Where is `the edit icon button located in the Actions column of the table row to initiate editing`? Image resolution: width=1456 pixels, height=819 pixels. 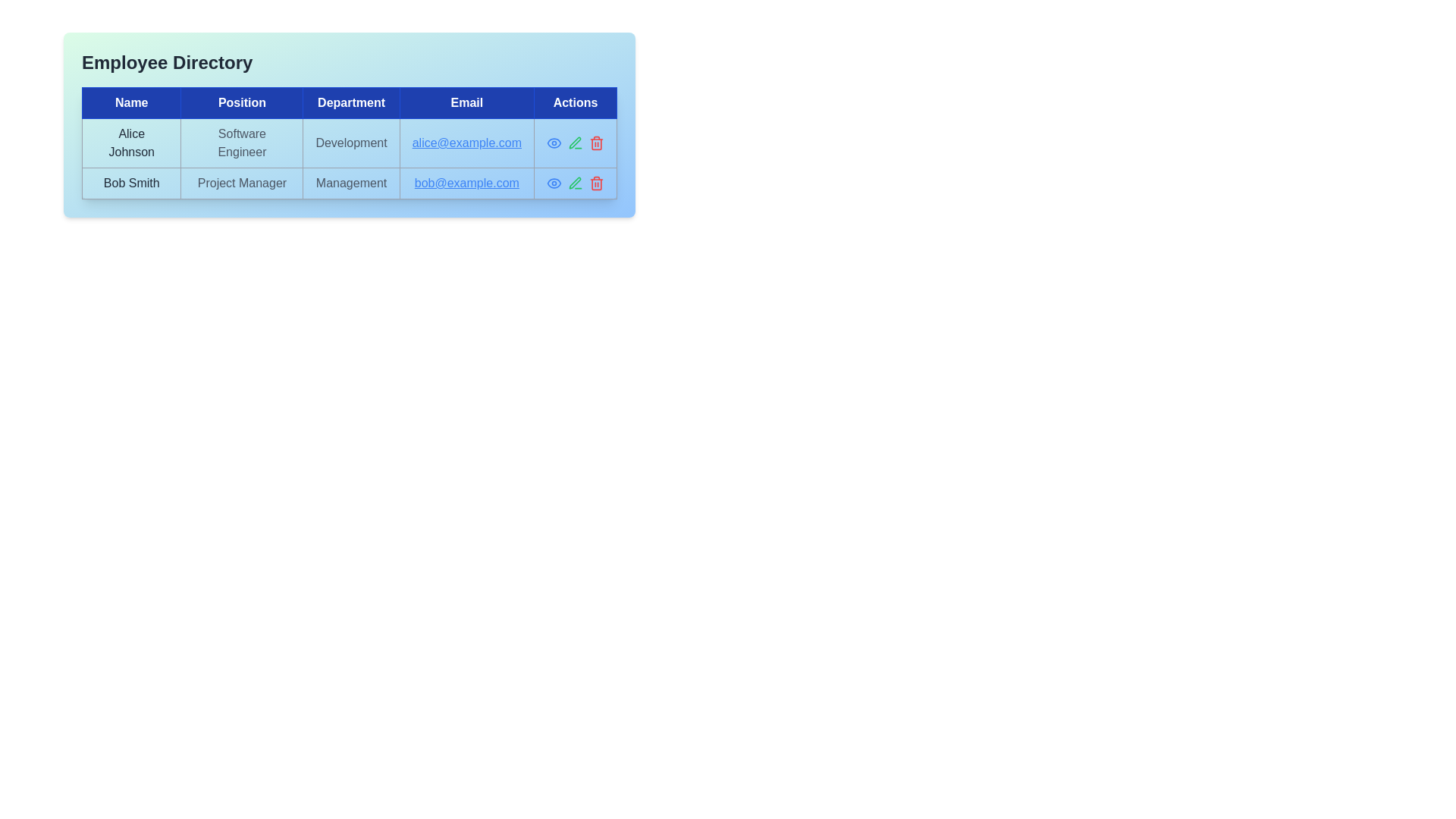 the edit icon button located in the Actions column of the table row to initiate editing is located at coordinates (574, 183).